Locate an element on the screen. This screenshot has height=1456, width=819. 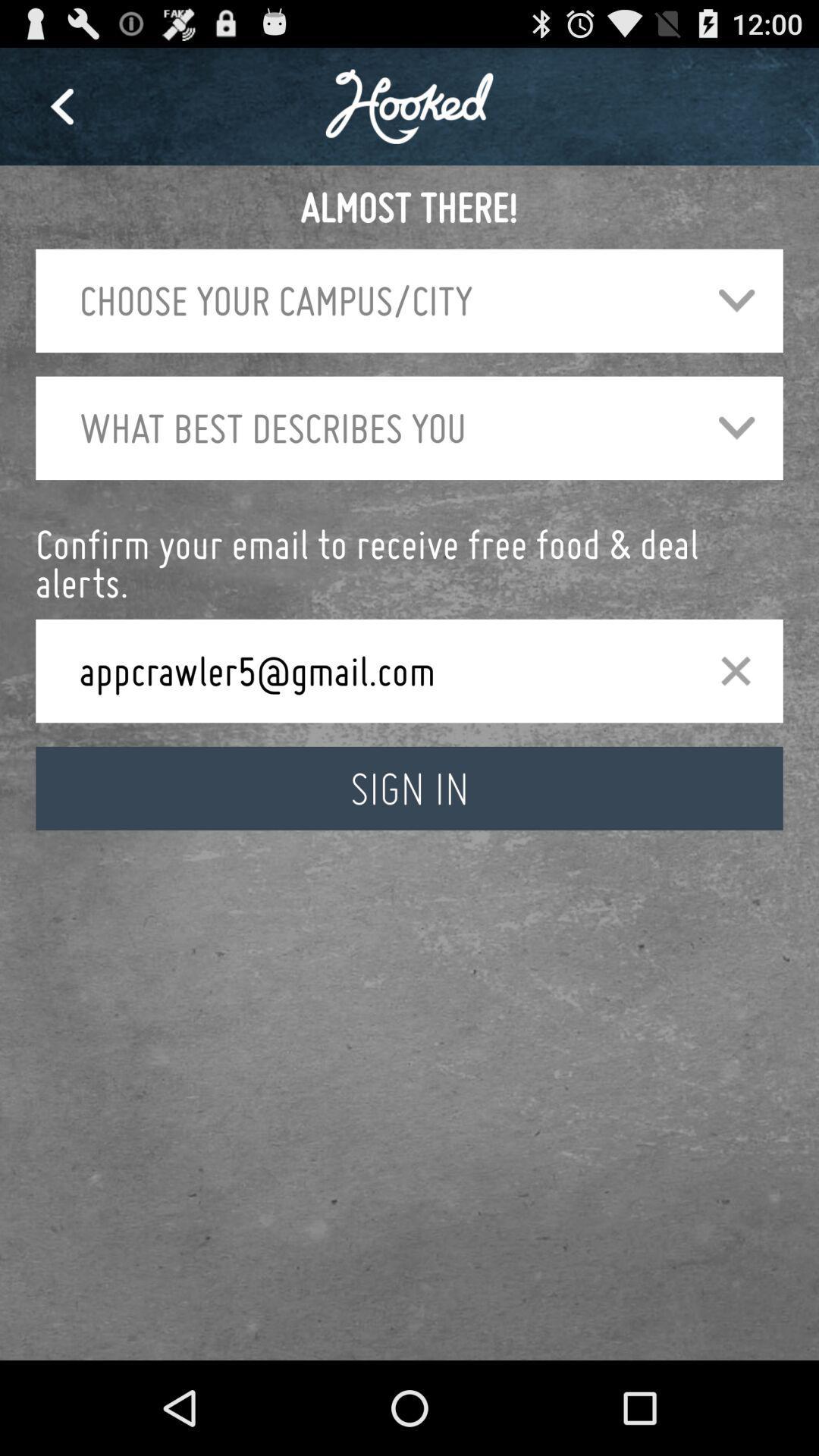
app below confirm your email icon is located at coordinates (374, 670).